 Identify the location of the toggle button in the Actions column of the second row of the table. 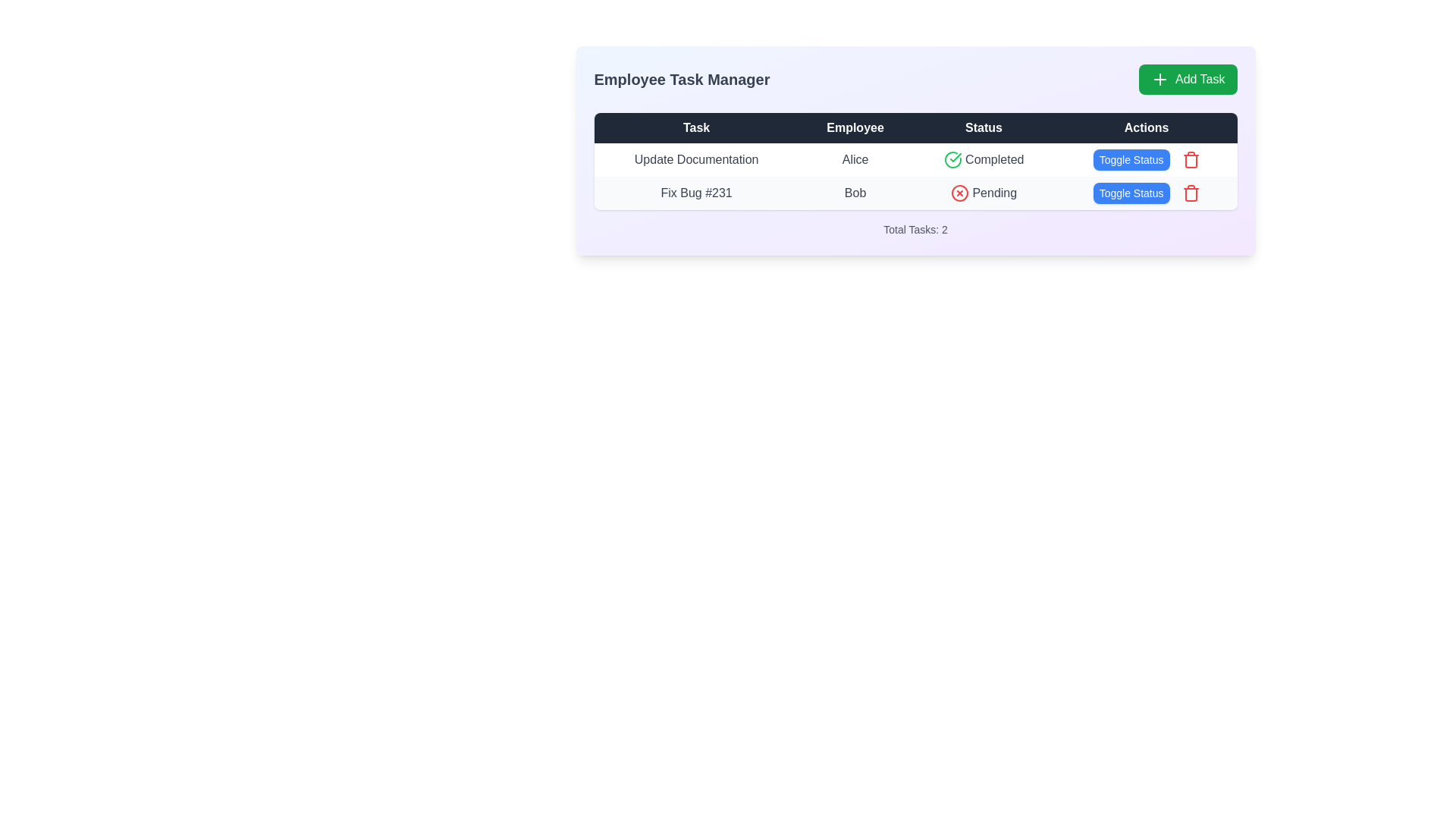
(1131, 192).